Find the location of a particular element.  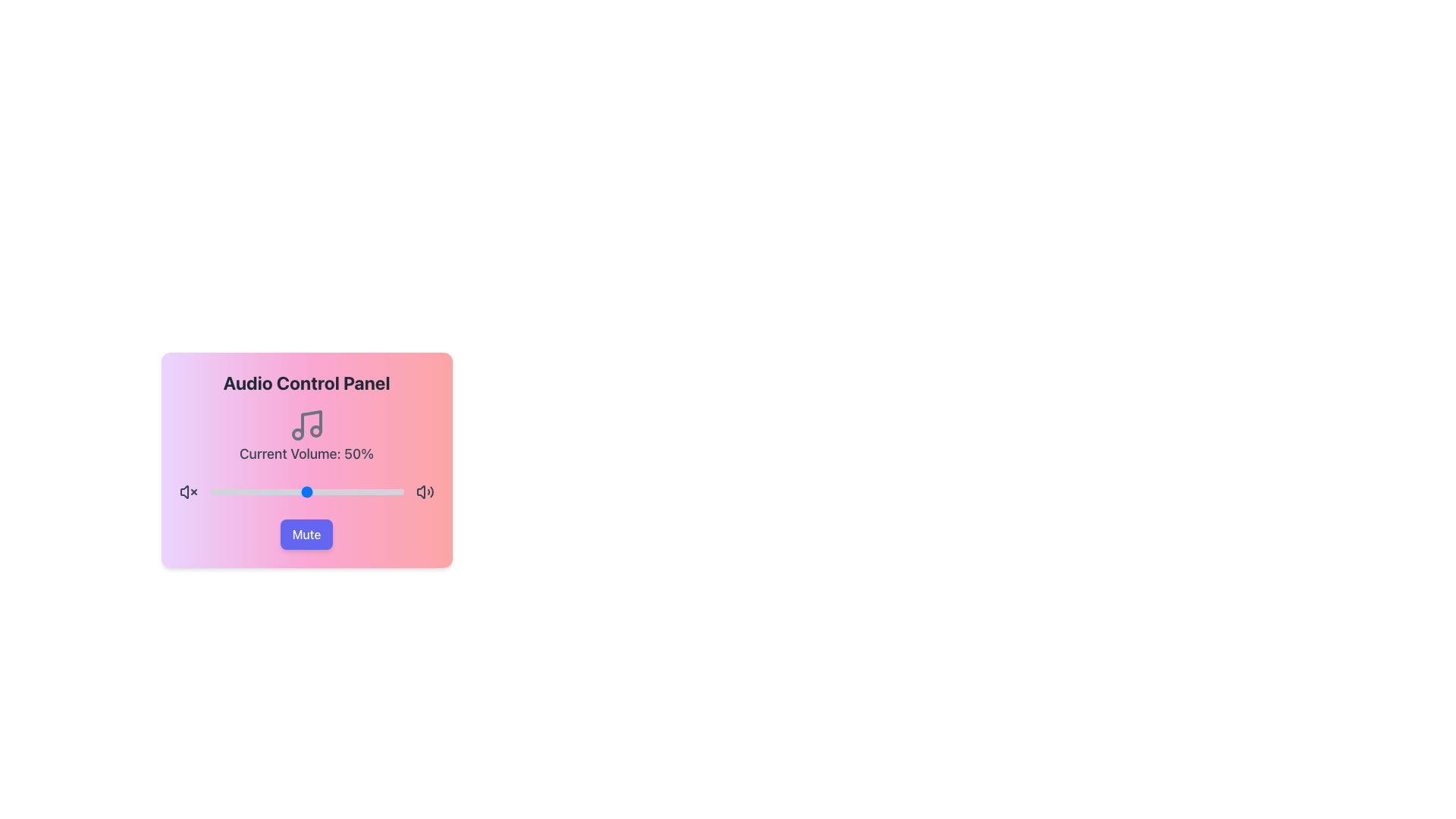

the small decorative graphic resembling a dot, which is part of the musical note icon located at the bottom right of the 'Audio Control Panel' is located at coordinates (315, 431).